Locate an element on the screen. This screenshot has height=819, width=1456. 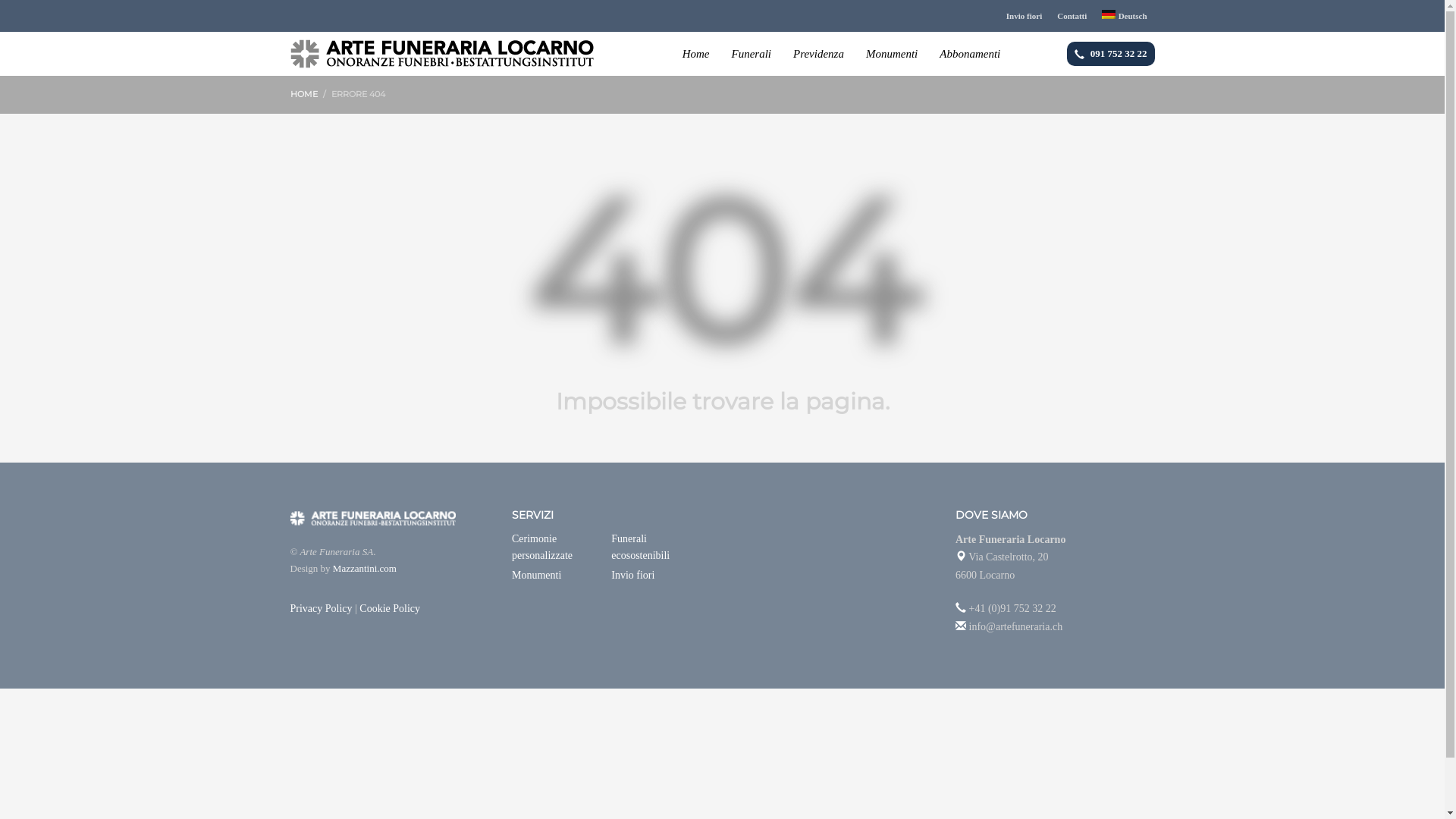
'Cookie Policy' is located at coordinates (389, 607).